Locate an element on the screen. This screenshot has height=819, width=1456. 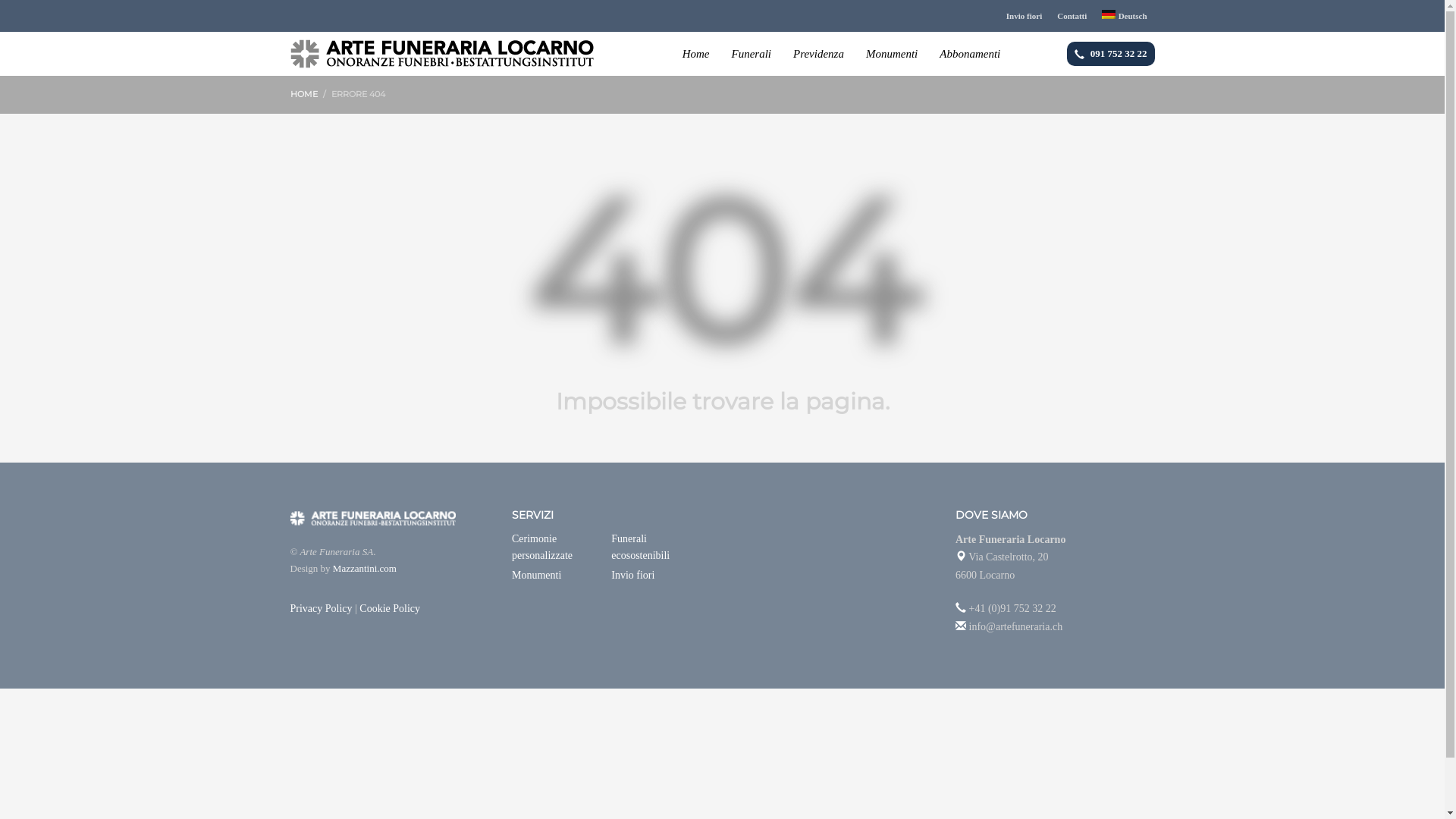
'Cookie Policy' is located at coordinates (389, 607).